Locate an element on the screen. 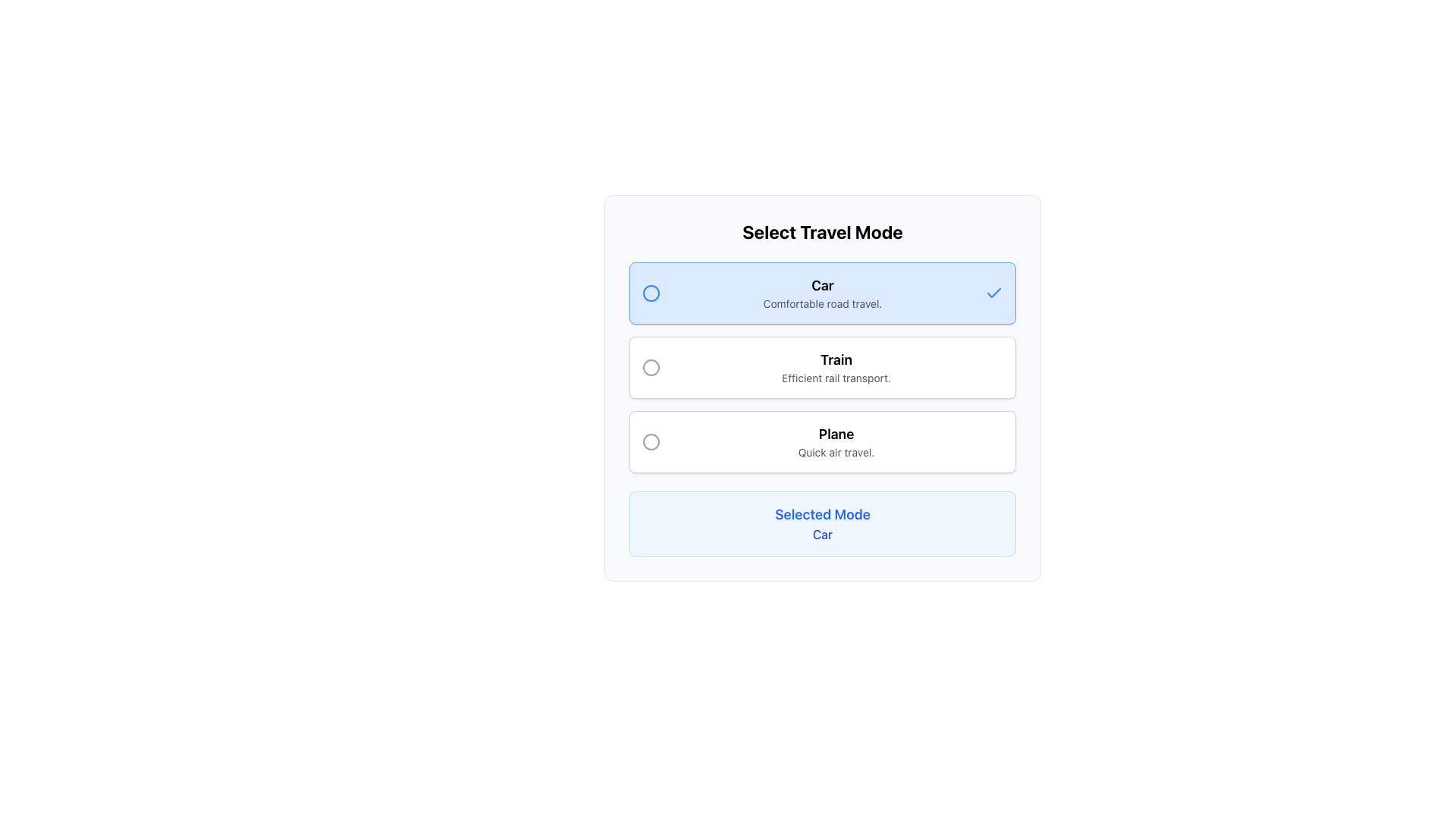 This screenshot has width=1456, height=819. the 'Train' text option in the Text and Icon Selector Item is located at coordinates (836, 368).